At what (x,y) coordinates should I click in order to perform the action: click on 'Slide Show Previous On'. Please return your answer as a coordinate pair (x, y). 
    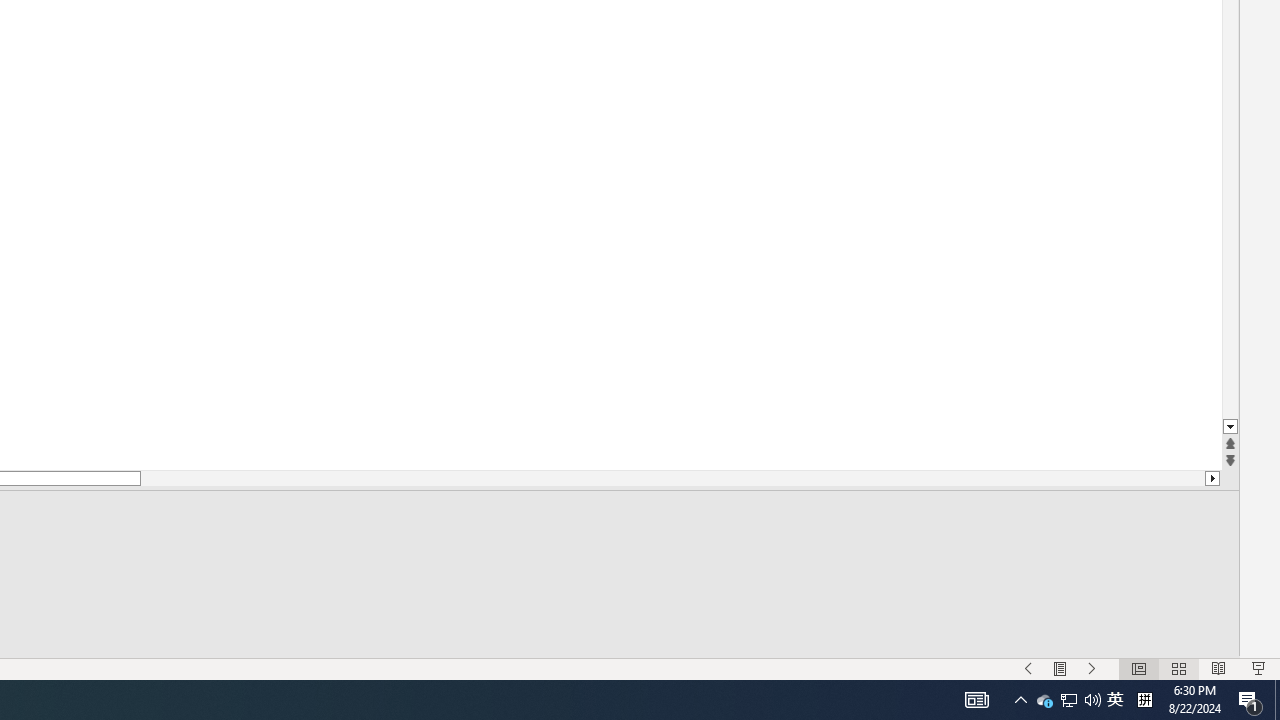
    Looking at the image, I should click on (1028, 669).